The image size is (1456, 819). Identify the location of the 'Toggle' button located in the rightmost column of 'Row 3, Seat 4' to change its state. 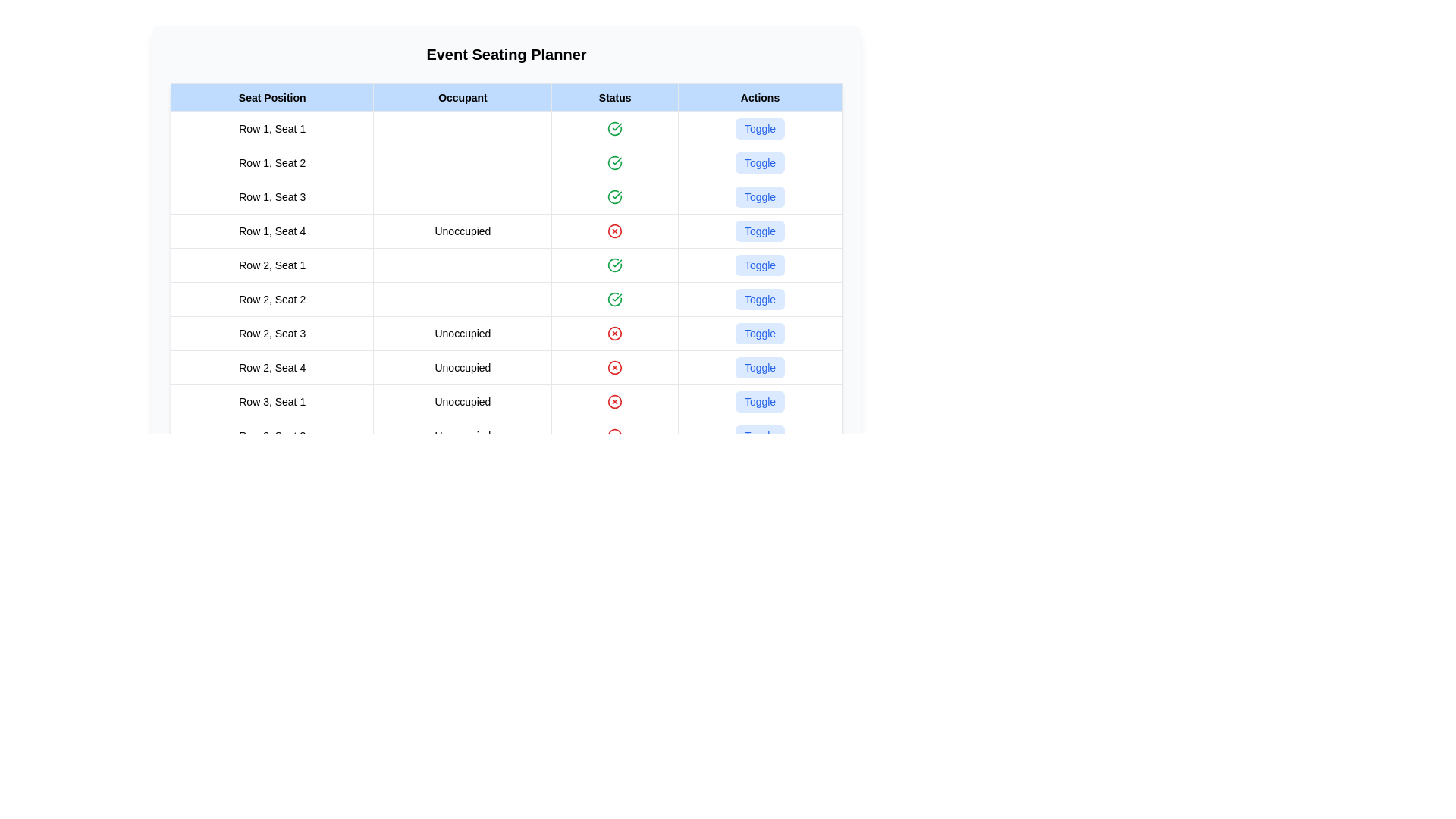
(760, 504).